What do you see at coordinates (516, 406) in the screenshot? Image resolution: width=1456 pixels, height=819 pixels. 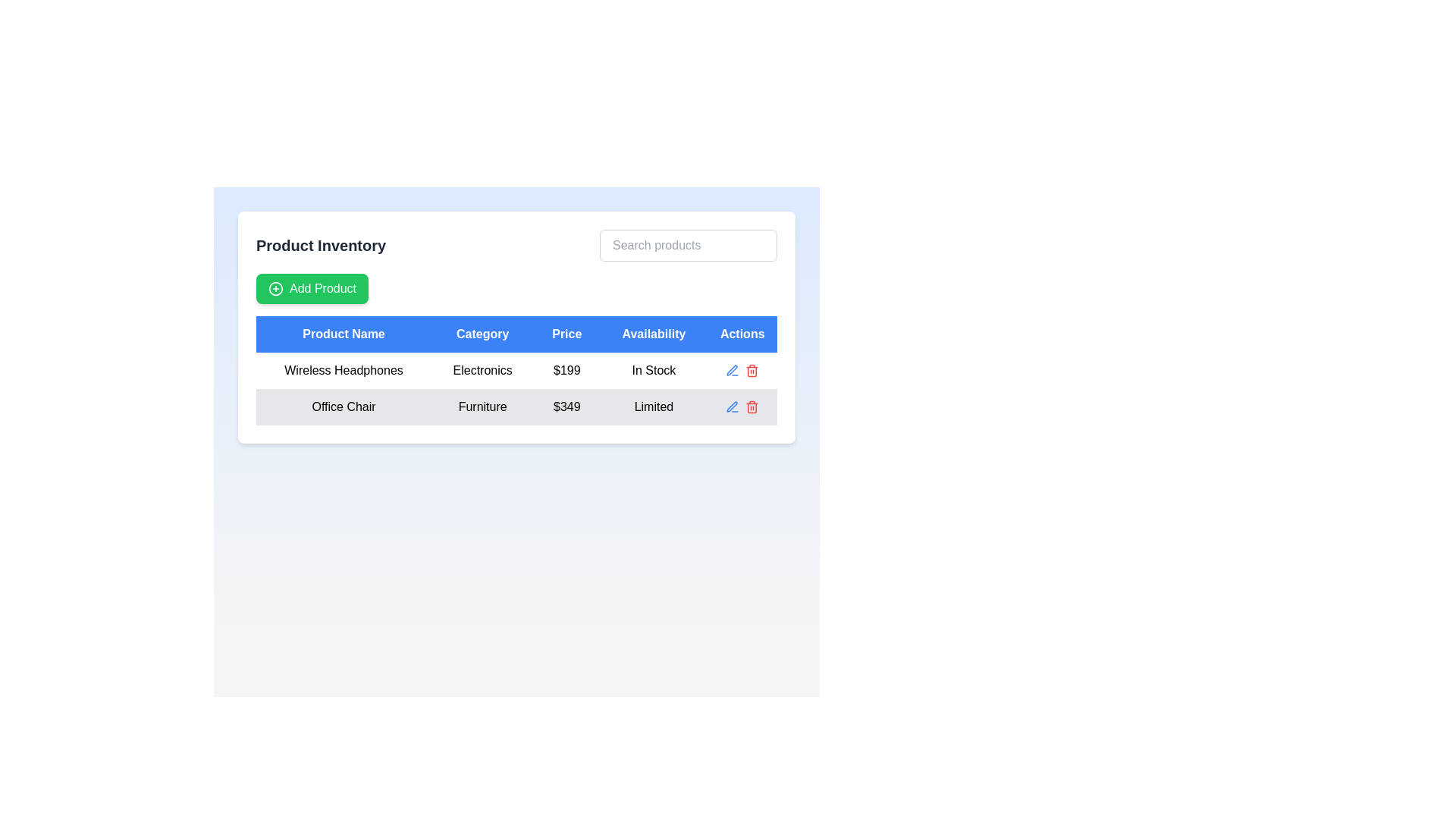 I see `the second row of the 'Product Inventory' table that displays the product 'Office Chair'` at bounding box center [516, 406].